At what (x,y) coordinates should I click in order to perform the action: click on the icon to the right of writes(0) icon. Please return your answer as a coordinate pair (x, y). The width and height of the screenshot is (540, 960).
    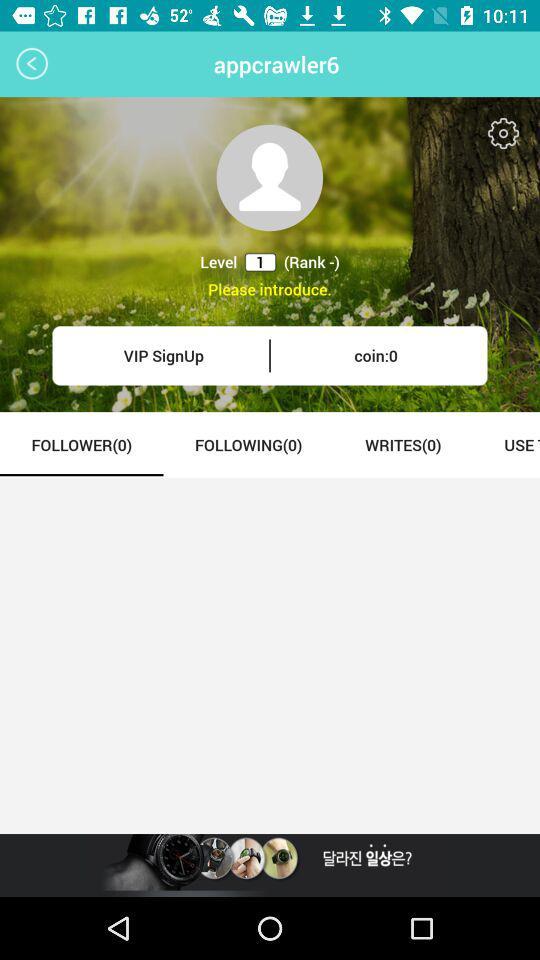
    Looking at the image, I should click on (505, 444).